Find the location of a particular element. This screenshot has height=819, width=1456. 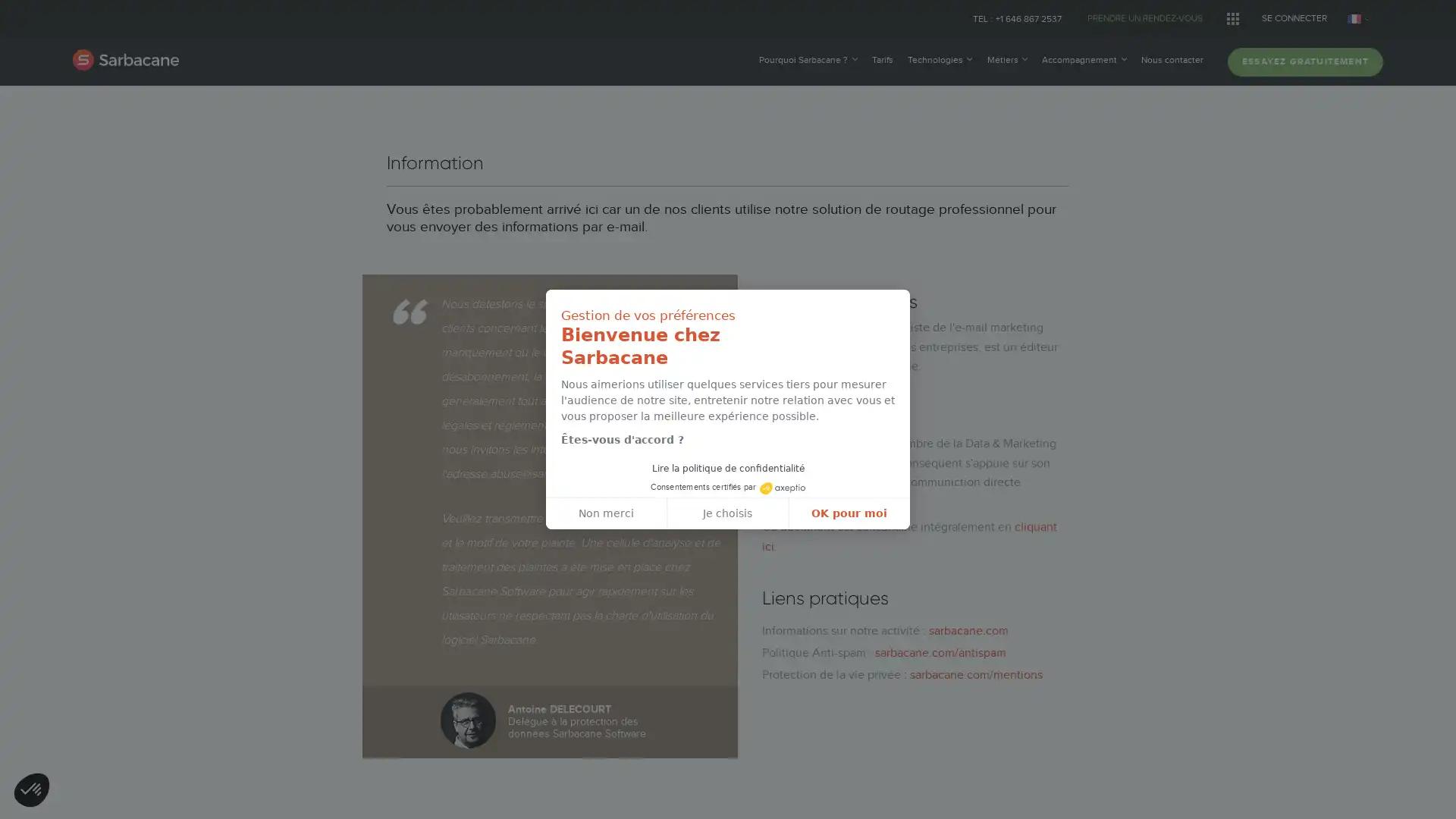

Consentements certifies par is located at coordinates (726, 486).